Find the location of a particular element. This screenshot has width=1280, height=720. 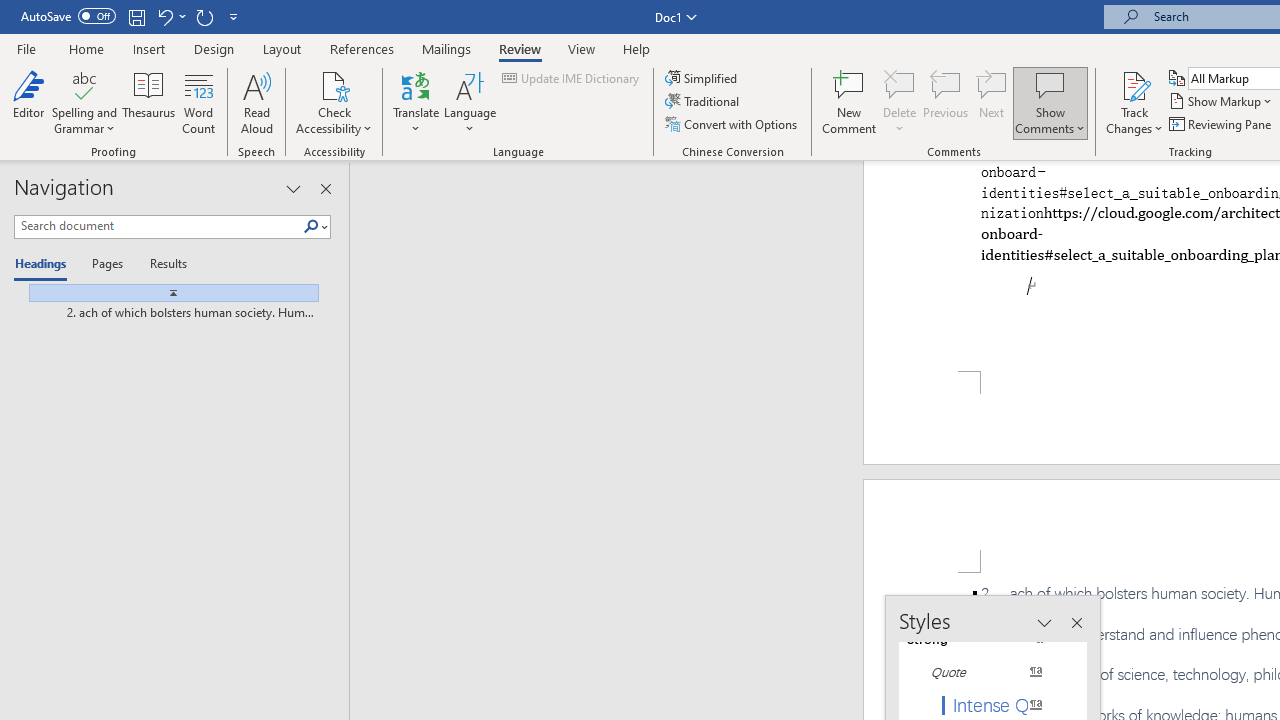

'Update IME Dictionary...' is located at coordinates (571, 77).